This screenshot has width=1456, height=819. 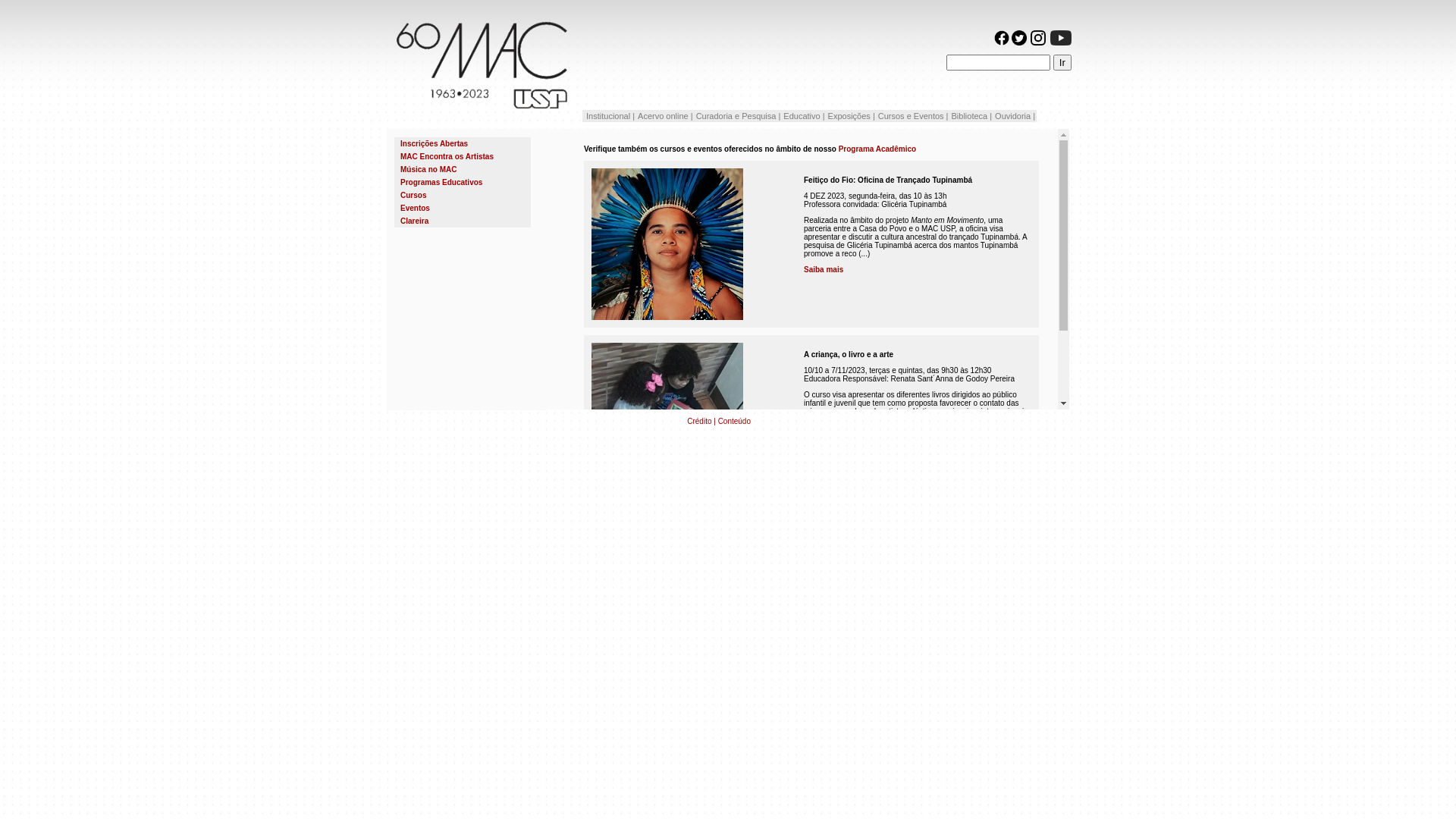 What do you see at coordinates (440, 181) in the screenshot?
I see `'Programas Educativos'` at bounding box center [440, 181].